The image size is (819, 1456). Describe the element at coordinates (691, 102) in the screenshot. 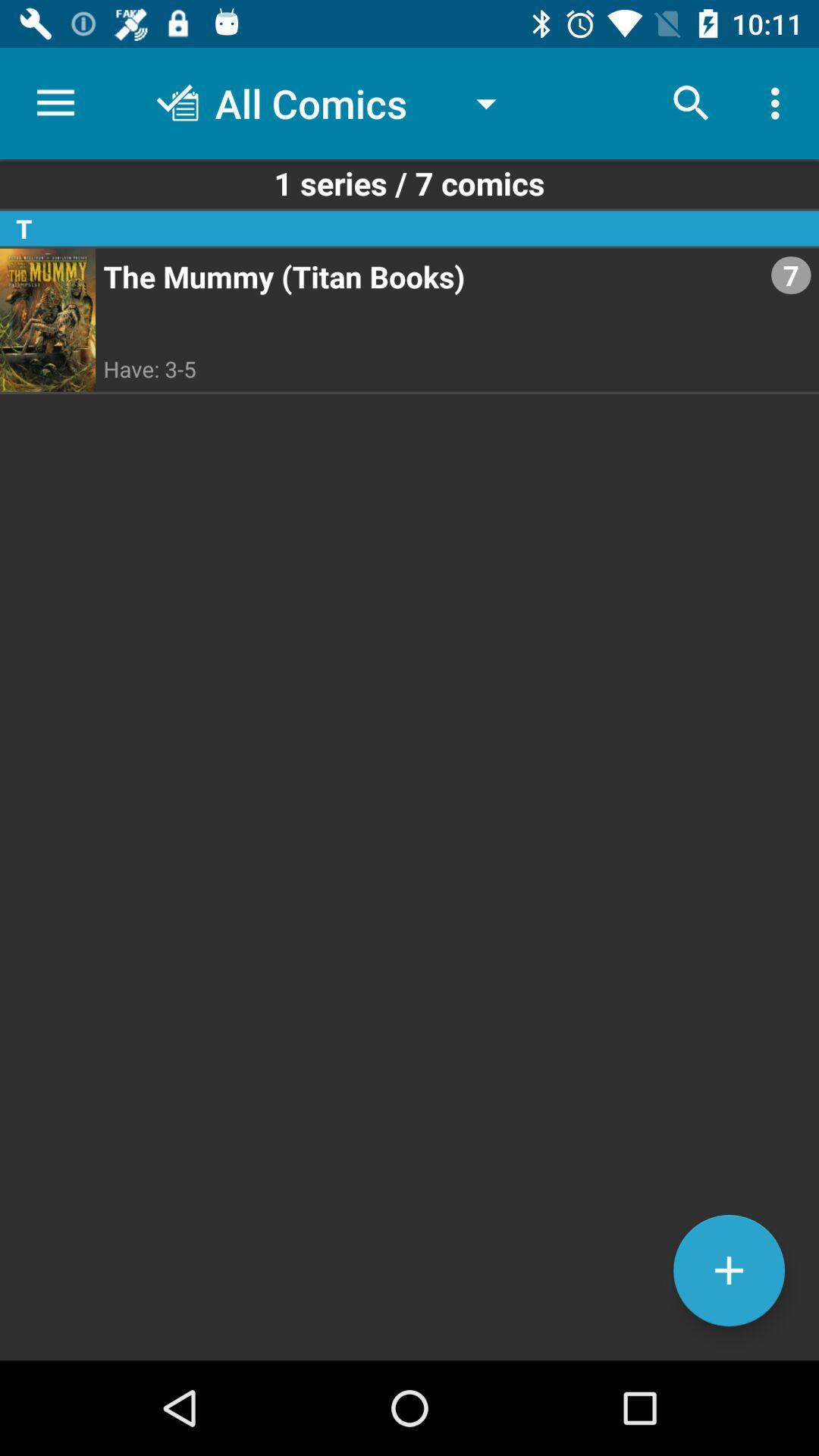

I see `the icon next to all comics item` at that location.